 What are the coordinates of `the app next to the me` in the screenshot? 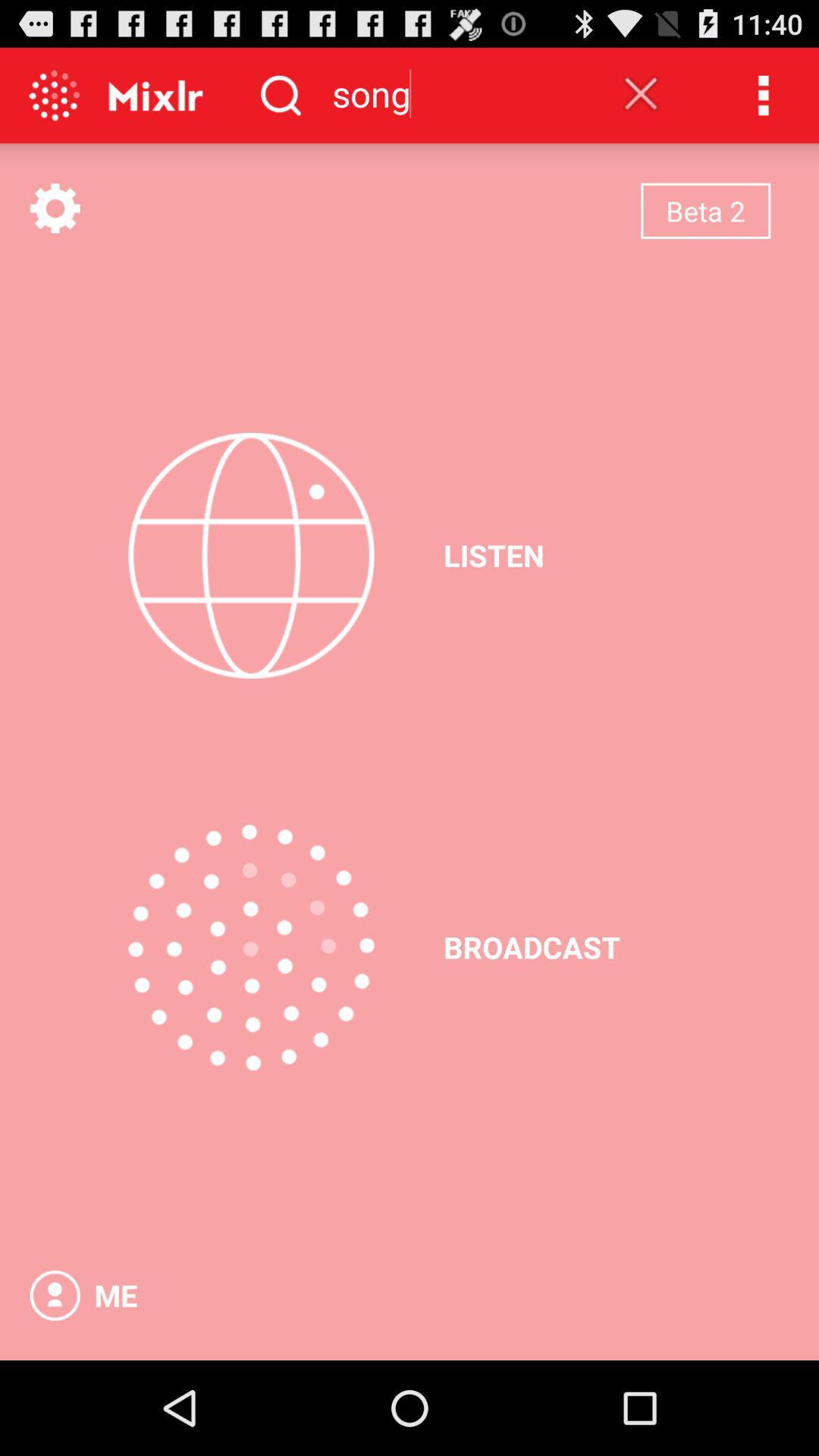 It's located at (54, 1294).